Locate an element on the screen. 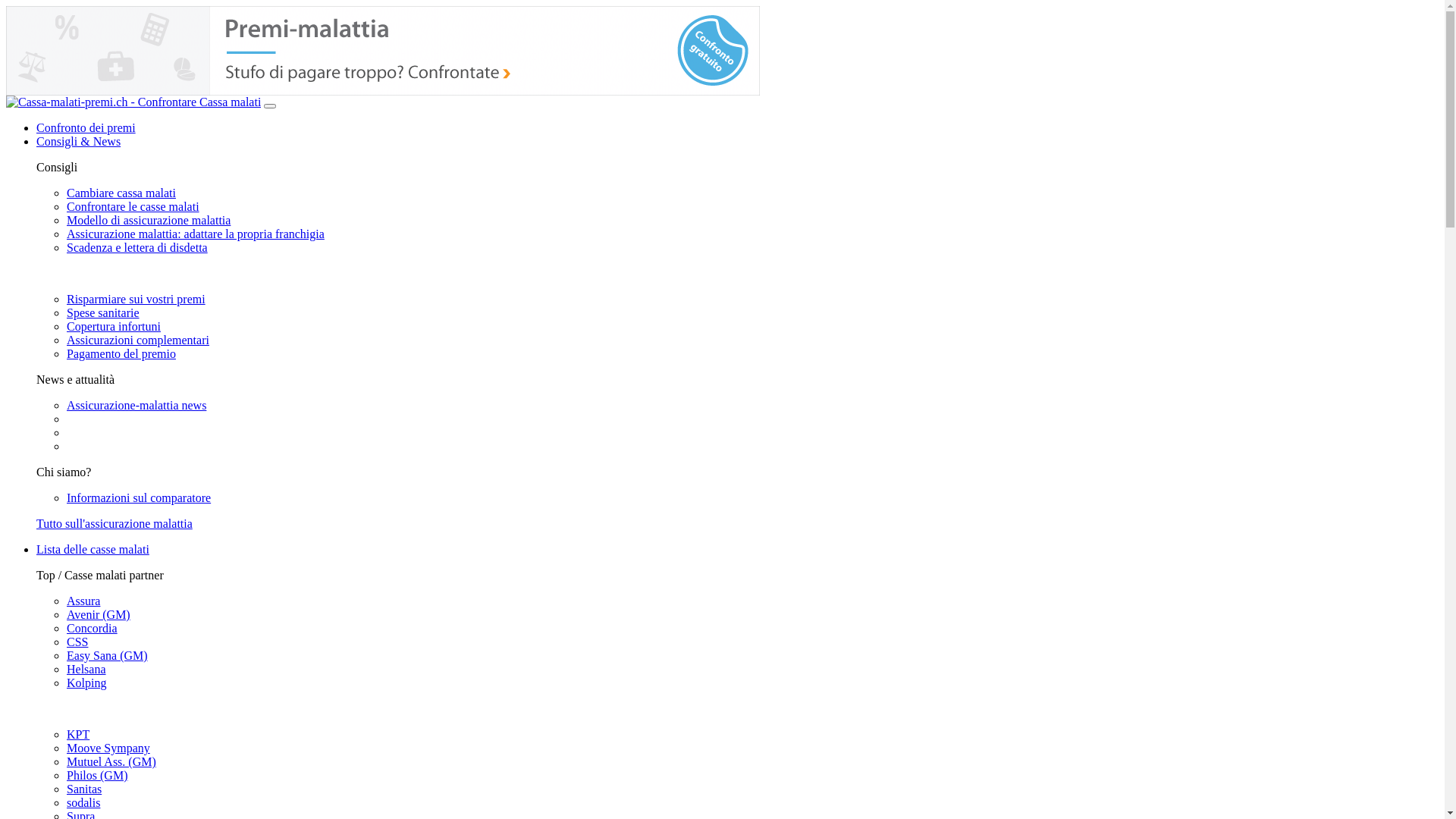 This screenshot has height=819, width=1456. 'Philos (GM)' is located at coordinates (96, 775).